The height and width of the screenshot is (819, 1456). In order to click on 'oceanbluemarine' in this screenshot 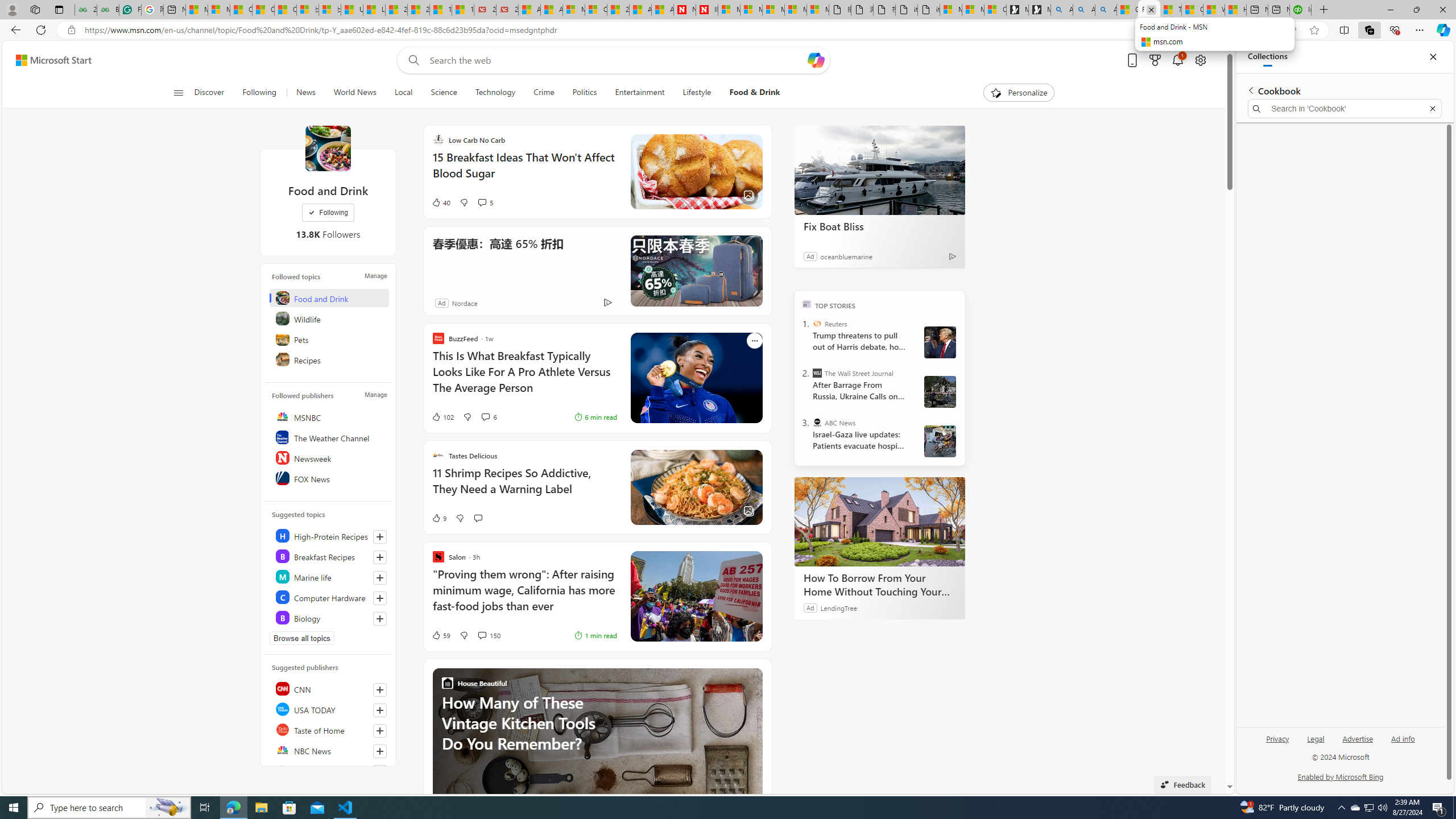, I will do `click(846, 255)`.